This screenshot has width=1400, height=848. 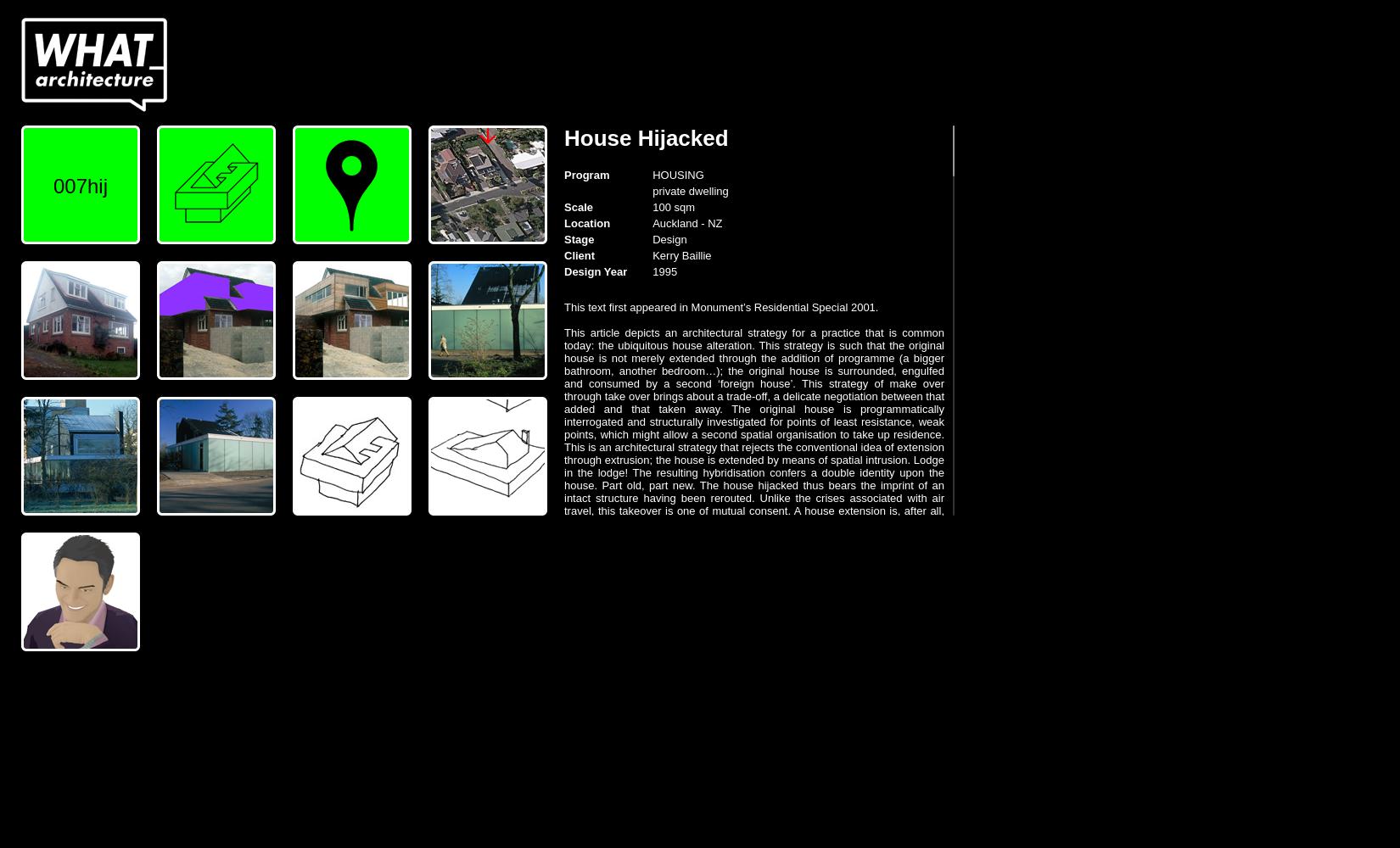 What do you see at coordinates (563, 206) in the screenshot?
I see `'Scale'` at bounding box center [563, 206].